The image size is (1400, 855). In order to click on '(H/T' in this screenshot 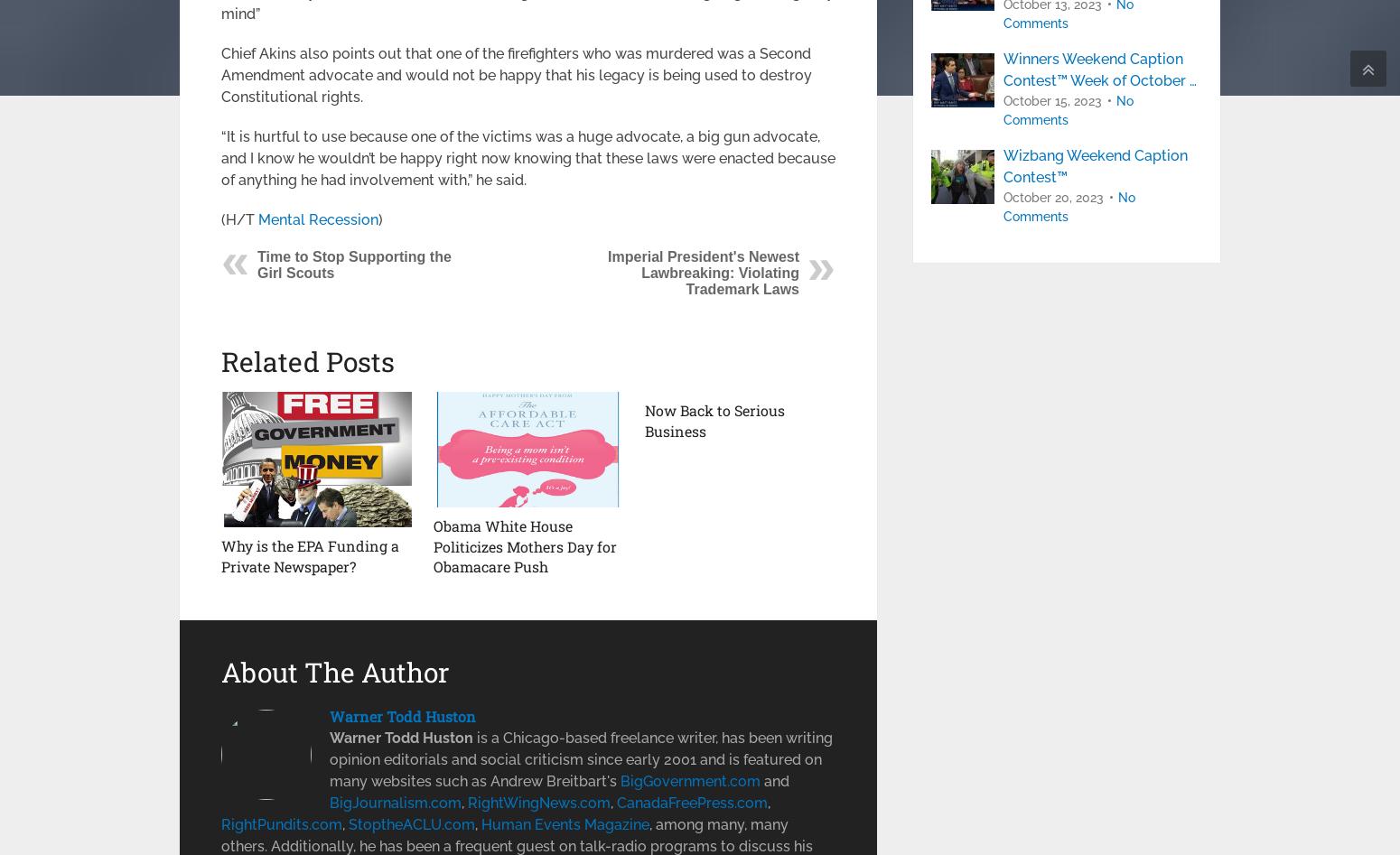, I will do `click(239, 219)`.